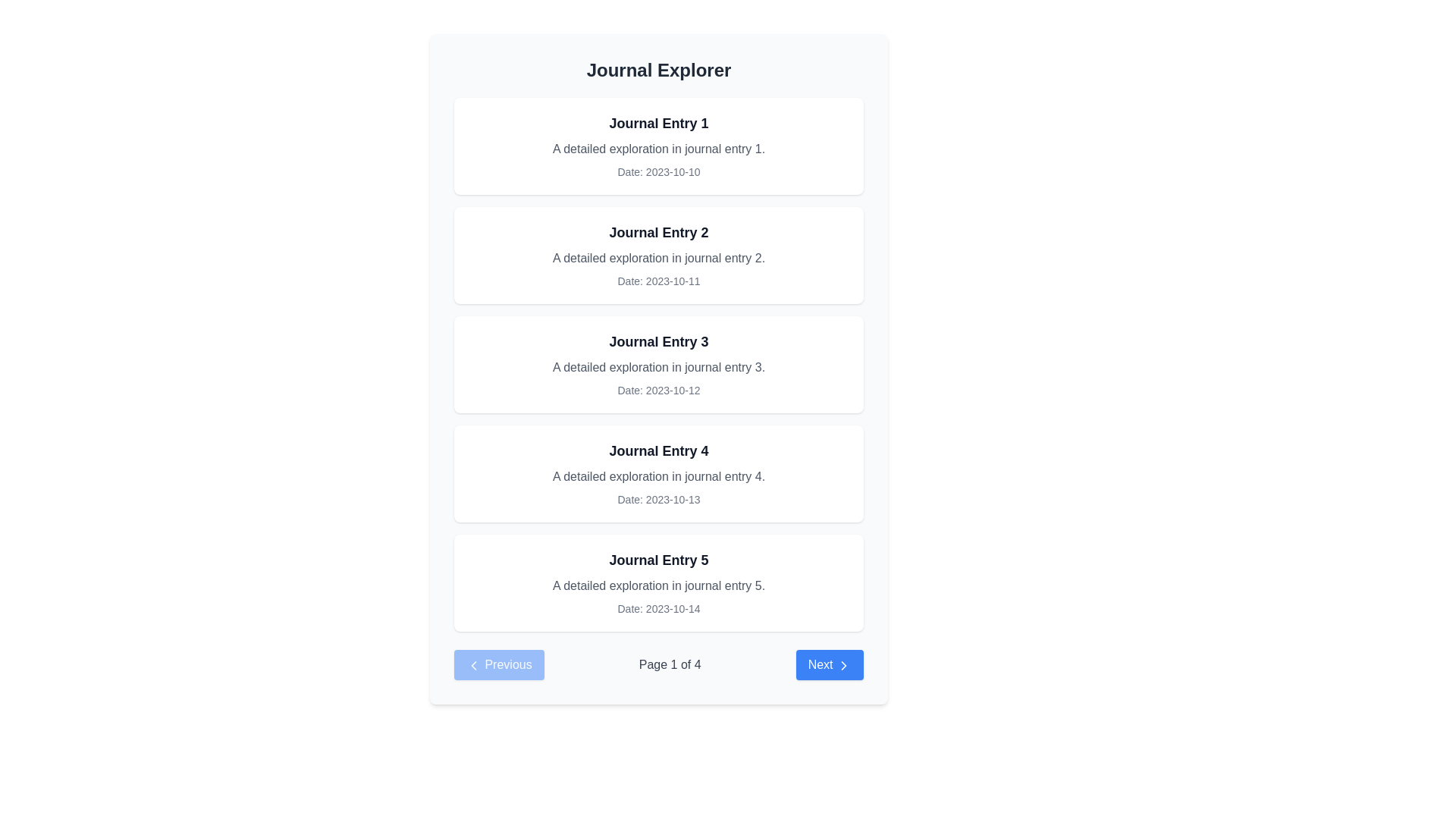 The width and height of the screenshot is (1456, 819). I want to click on the Text label that displays the current page number and total number of pages, located at the bottom center of the page within the pagination controls area, so click(669, 664).